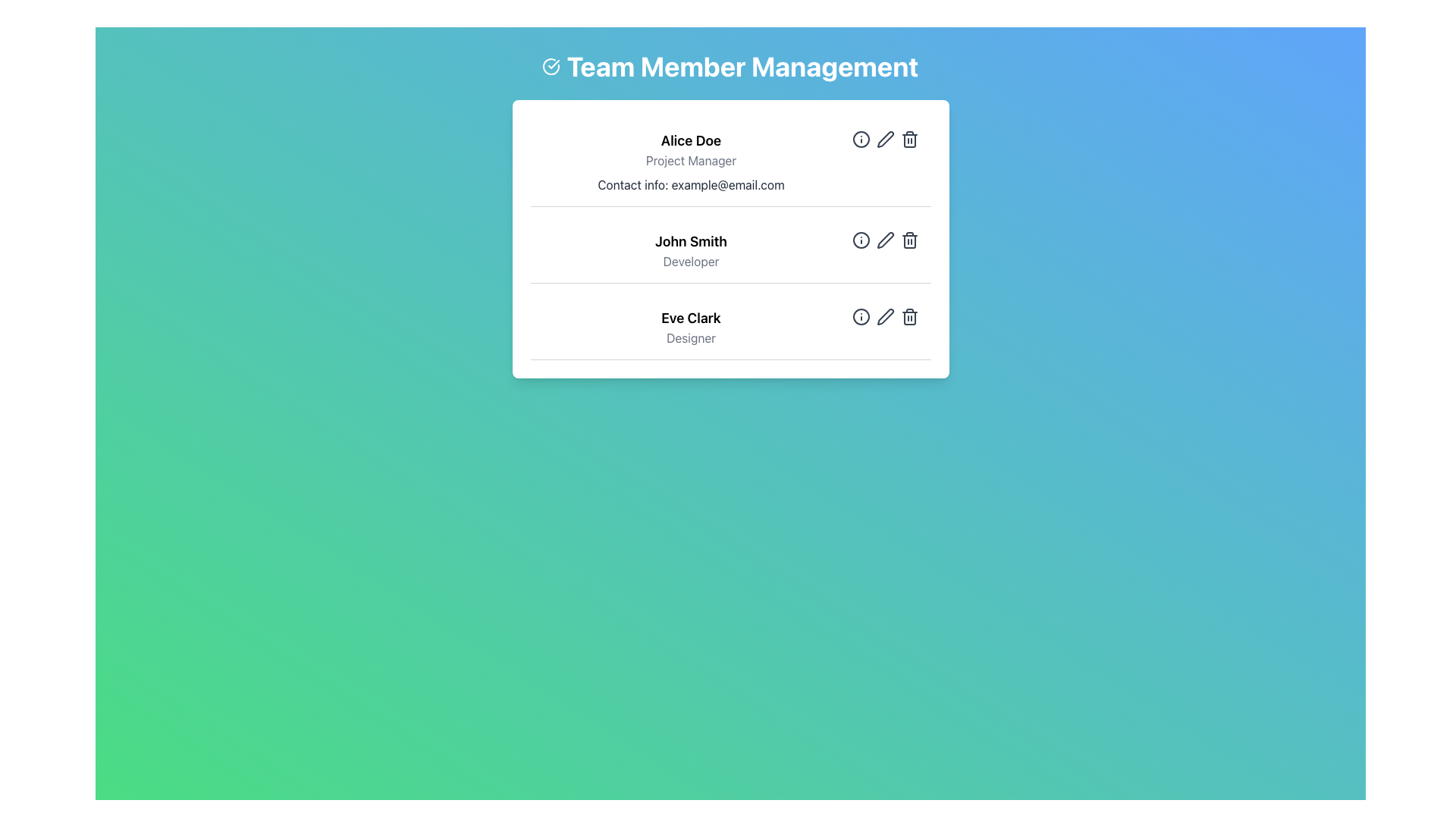 The height and width of the screenshot is (819, 1456). What do you see at coordinates (885, 239) in the screenshot?
I see `the pen icon button, which is gray and turns green on hover, located to the right of the 'John Smith' entry in the list and positioned between the 'info' icon and the 'remove' icon` at bounding box center [885, 239].